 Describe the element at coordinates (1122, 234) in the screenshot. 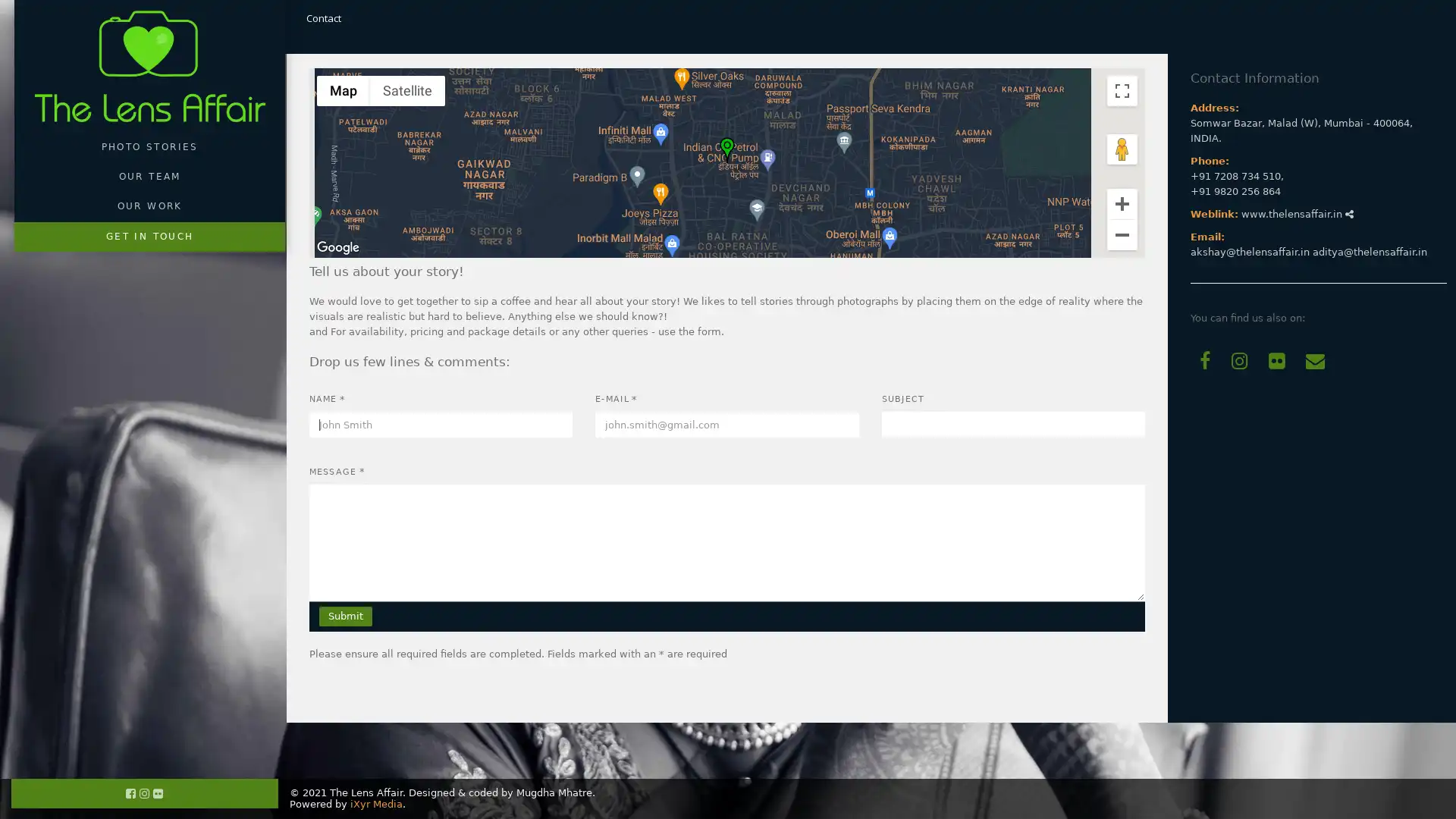

I see `Zoom out` at that location.